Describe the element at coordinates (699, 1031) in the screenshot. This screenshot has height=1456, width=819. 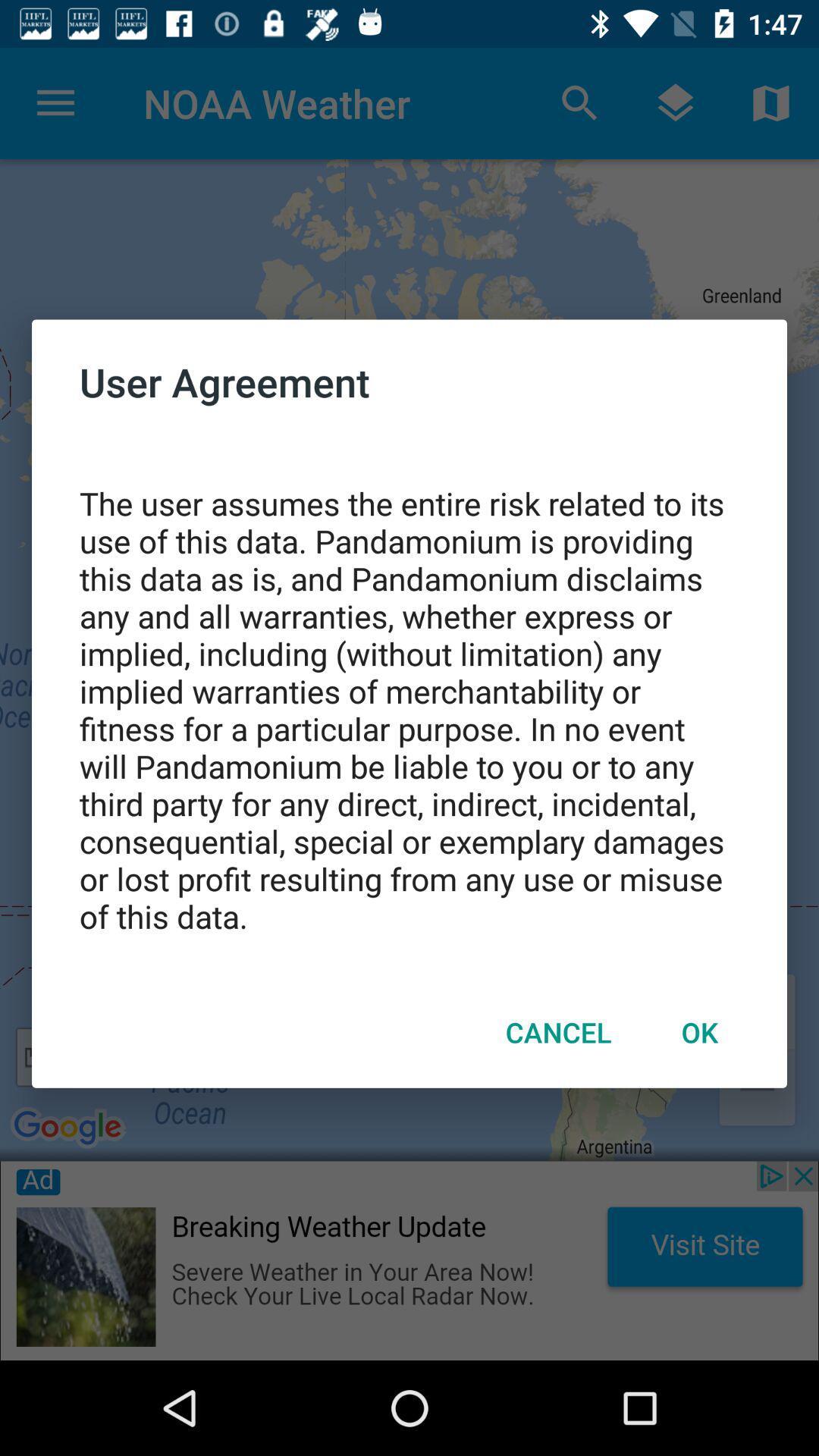
I see `the item next to cancel` at that location.